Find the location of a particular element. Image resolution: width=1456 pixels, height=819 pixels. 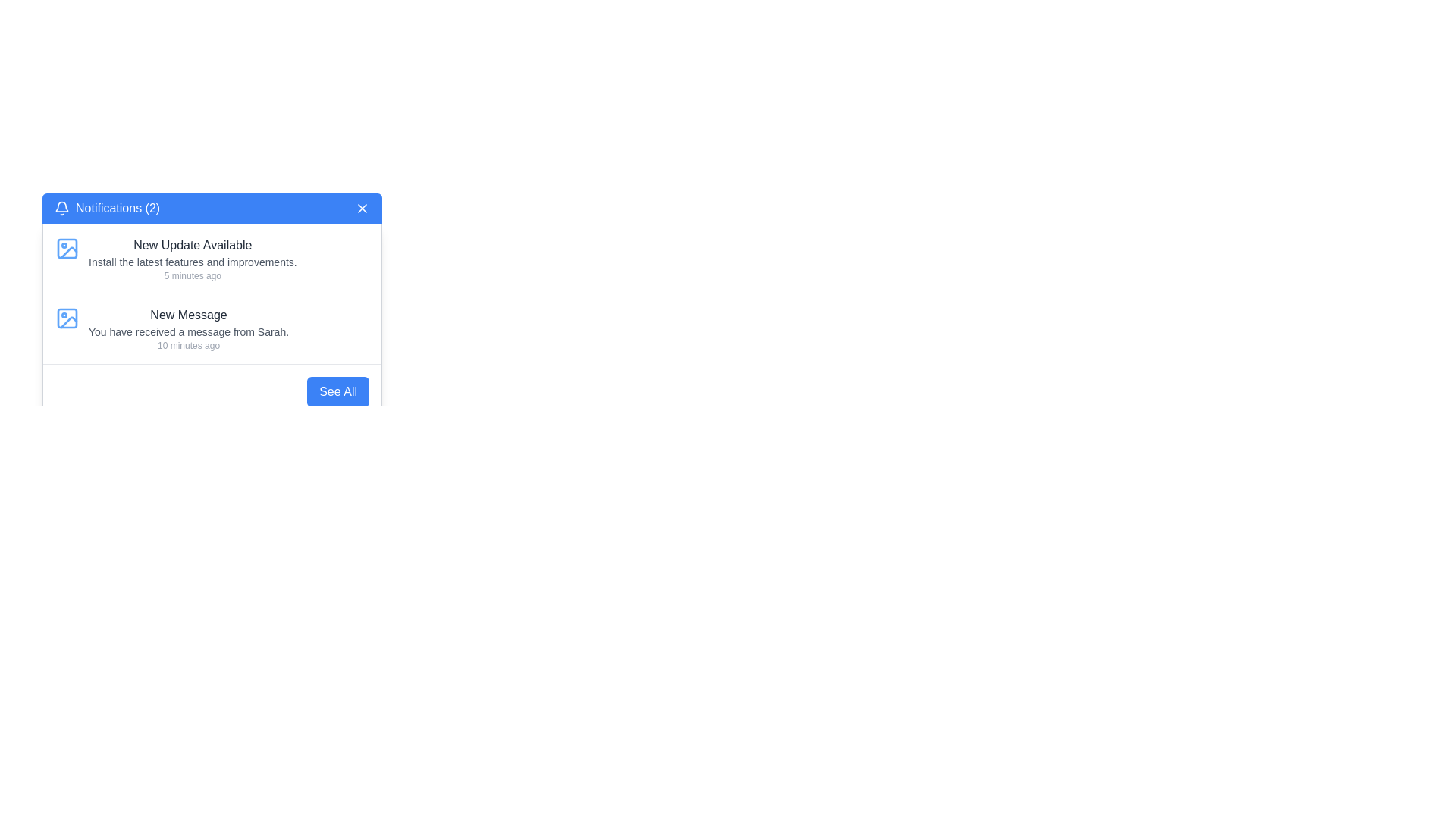

message displayed in the notification panel that says 'You have received a message from Sarah.' is located at coordinates (188, 331).